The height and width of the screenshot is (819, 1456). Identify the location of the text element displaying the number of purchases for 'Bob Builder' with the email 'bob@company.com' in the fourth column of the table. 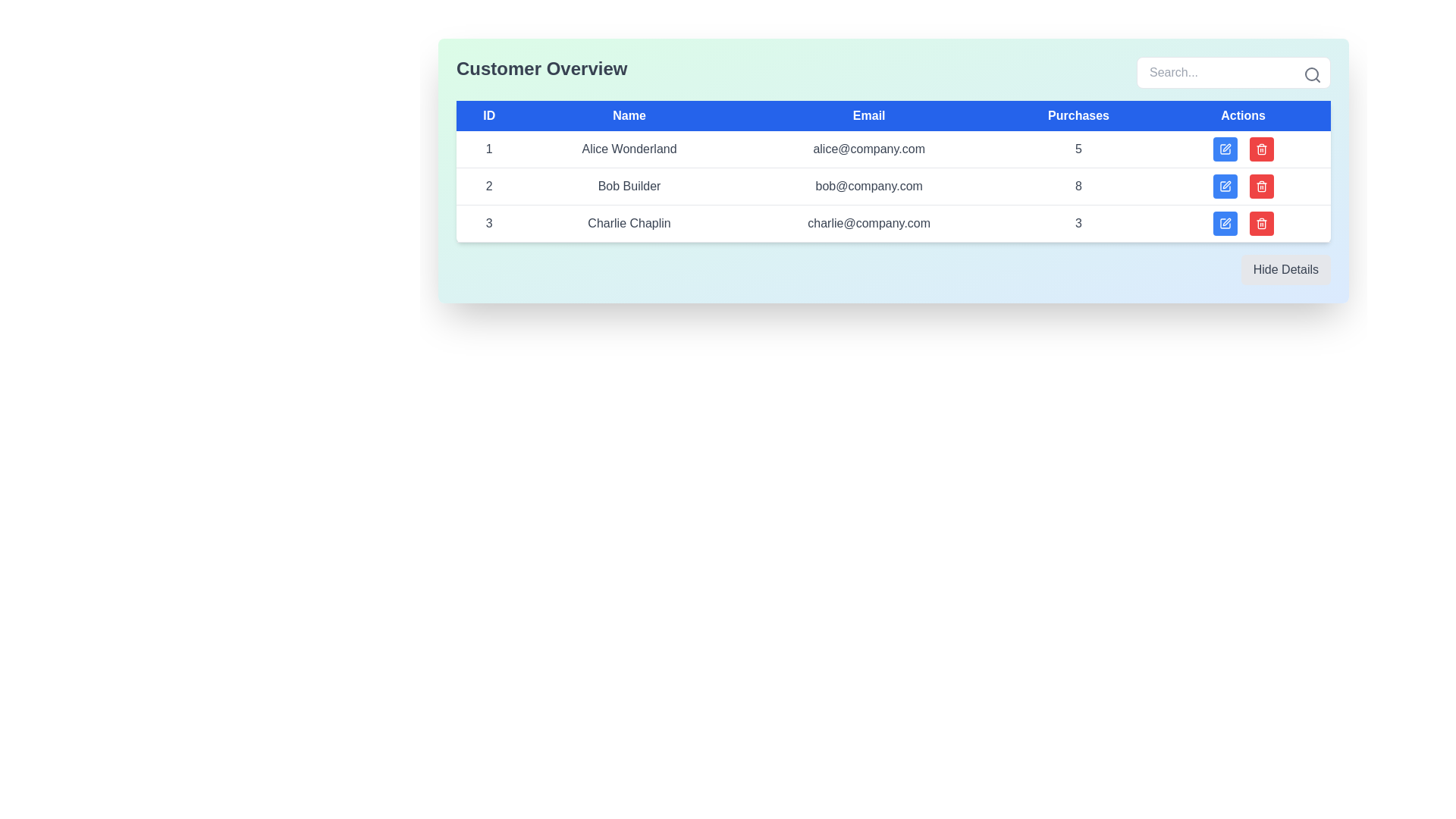
(1078, 186).